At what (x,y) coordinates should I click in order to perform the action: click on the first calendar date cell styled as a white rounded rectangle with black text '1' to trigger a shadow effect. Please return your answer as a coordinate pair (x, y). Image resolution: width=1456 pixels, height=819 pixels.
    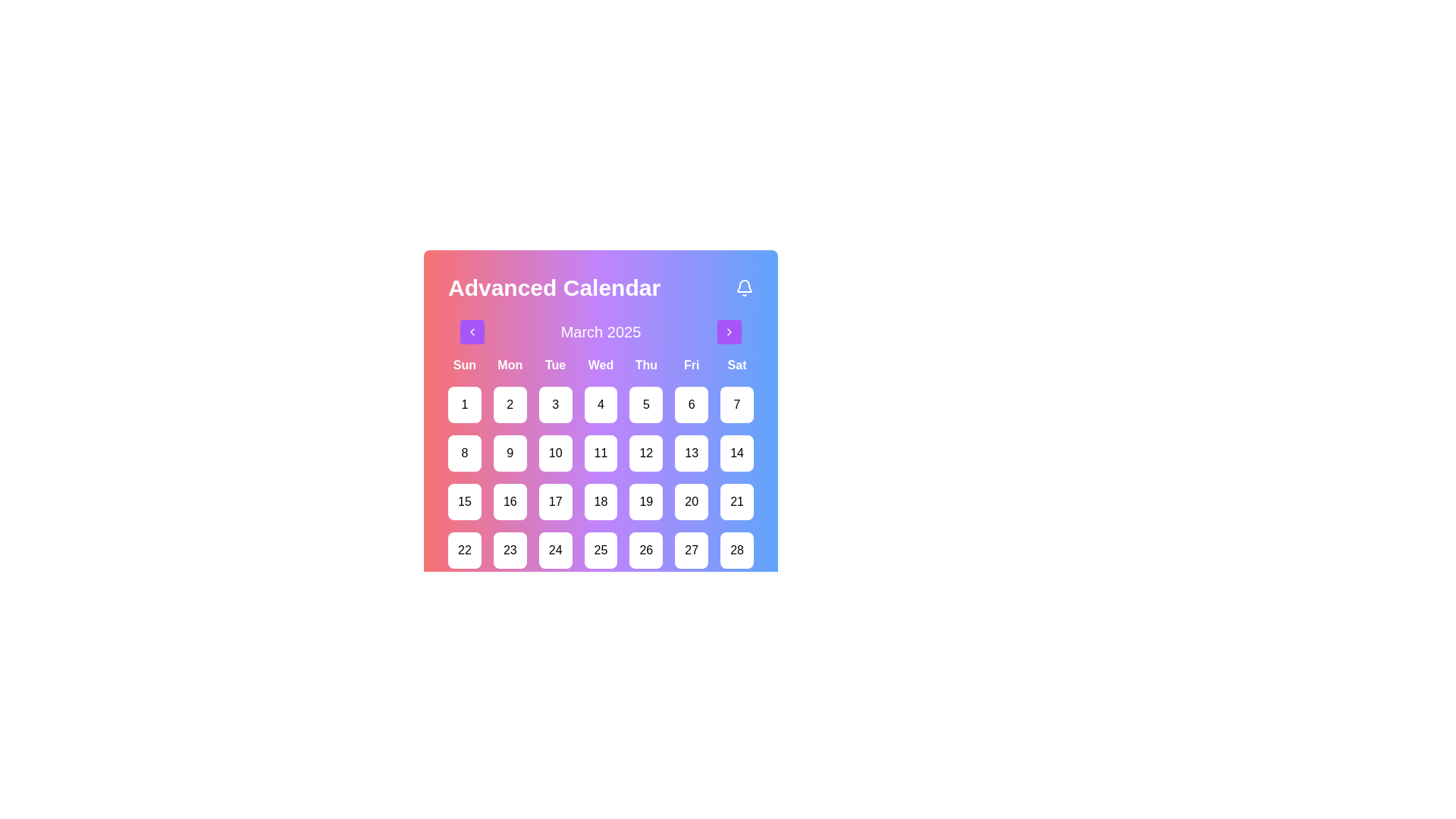
    Looking at the image, I should click on (463, 403).